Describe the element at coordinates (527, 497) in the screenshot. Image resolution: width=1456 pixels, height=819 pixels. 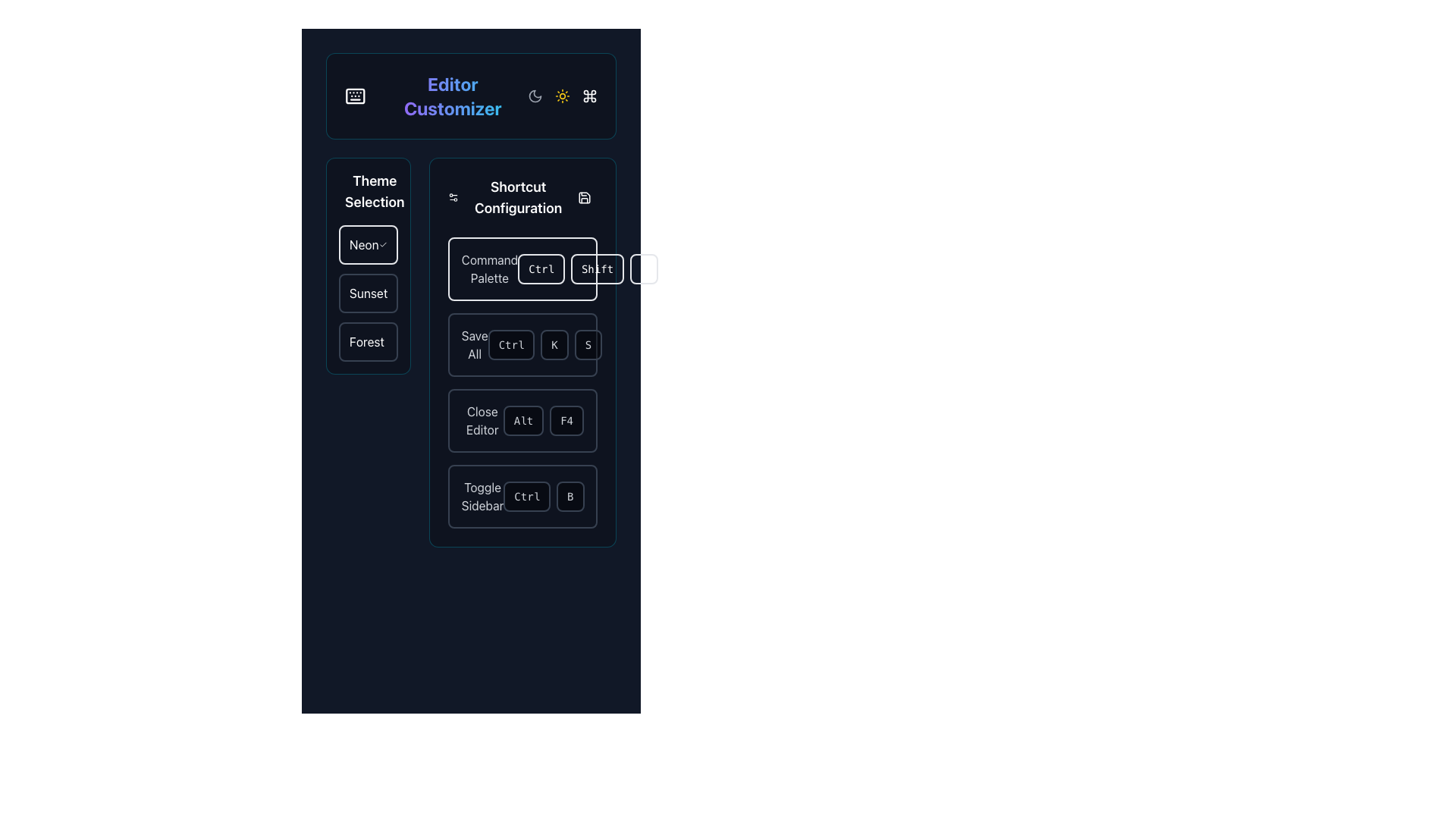
I see `the 'Ctrl' key button-like indicator in the Shortcut Configuration section to prepare for a keyboard shortcut action` at that location.